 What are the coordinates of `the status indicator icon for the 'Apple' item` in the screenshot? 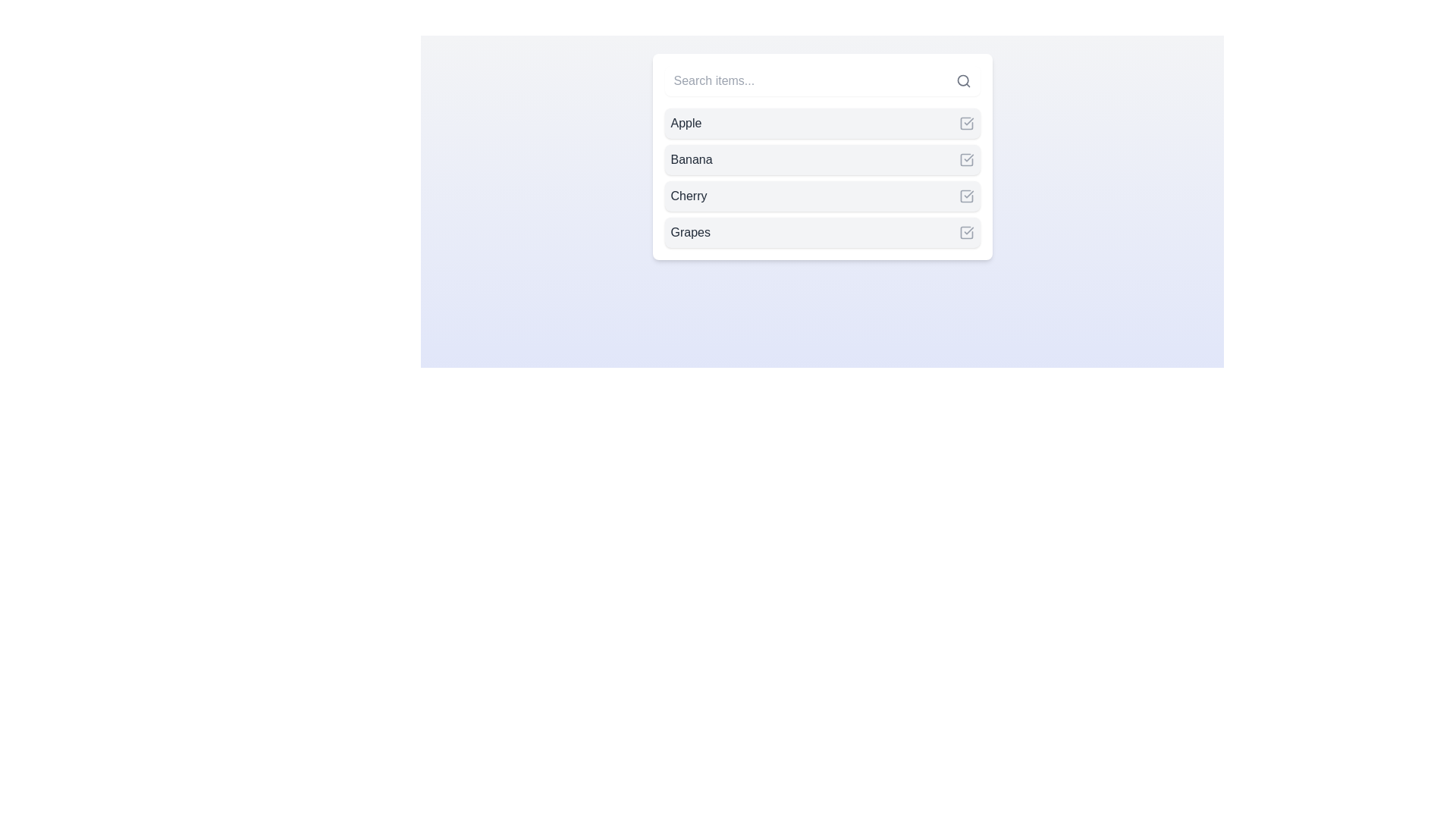 It's located at (965, 122).